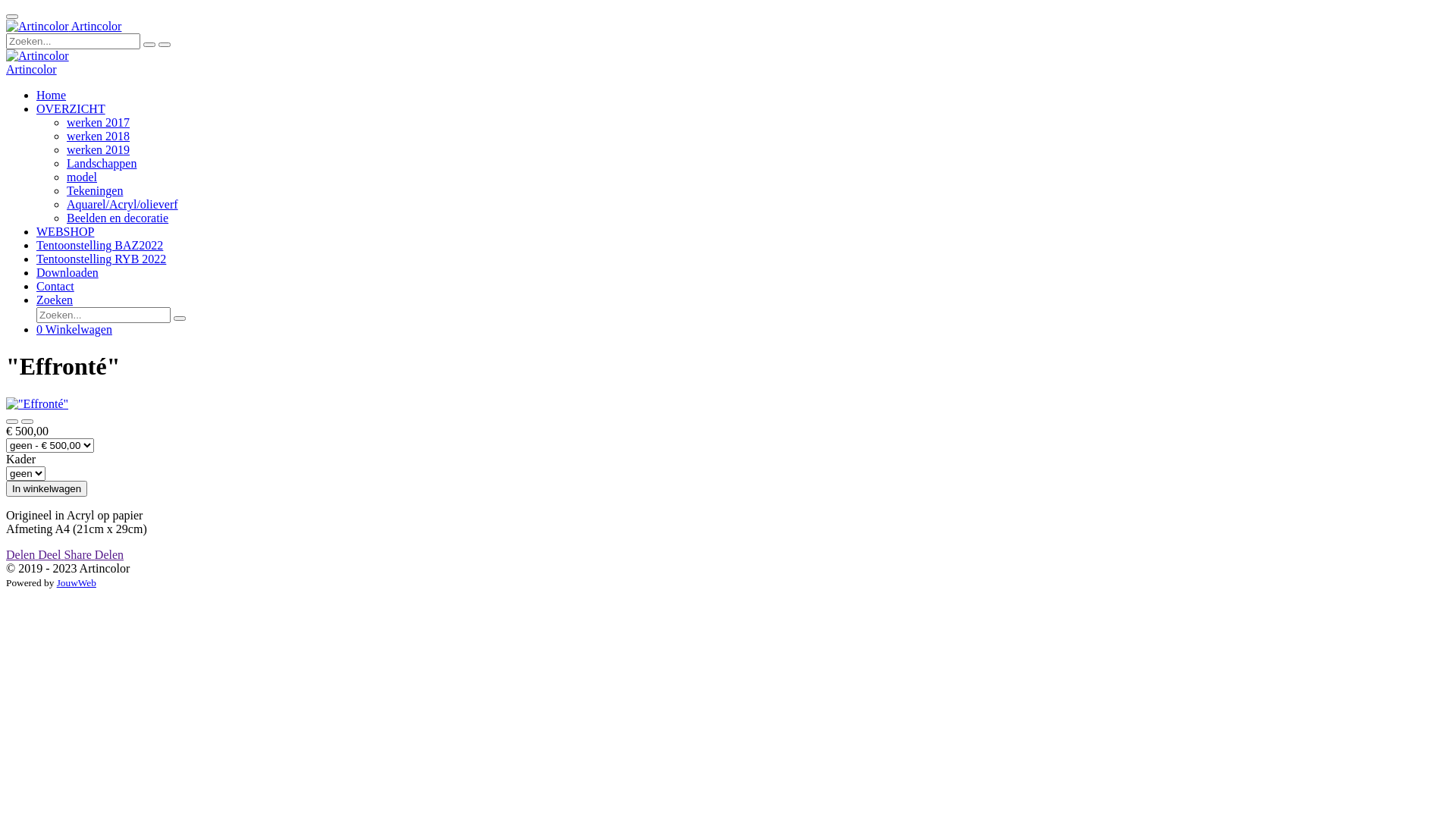 The image size is (1456, 819). I want to click on 'Tekeningen', so click(65, 190).